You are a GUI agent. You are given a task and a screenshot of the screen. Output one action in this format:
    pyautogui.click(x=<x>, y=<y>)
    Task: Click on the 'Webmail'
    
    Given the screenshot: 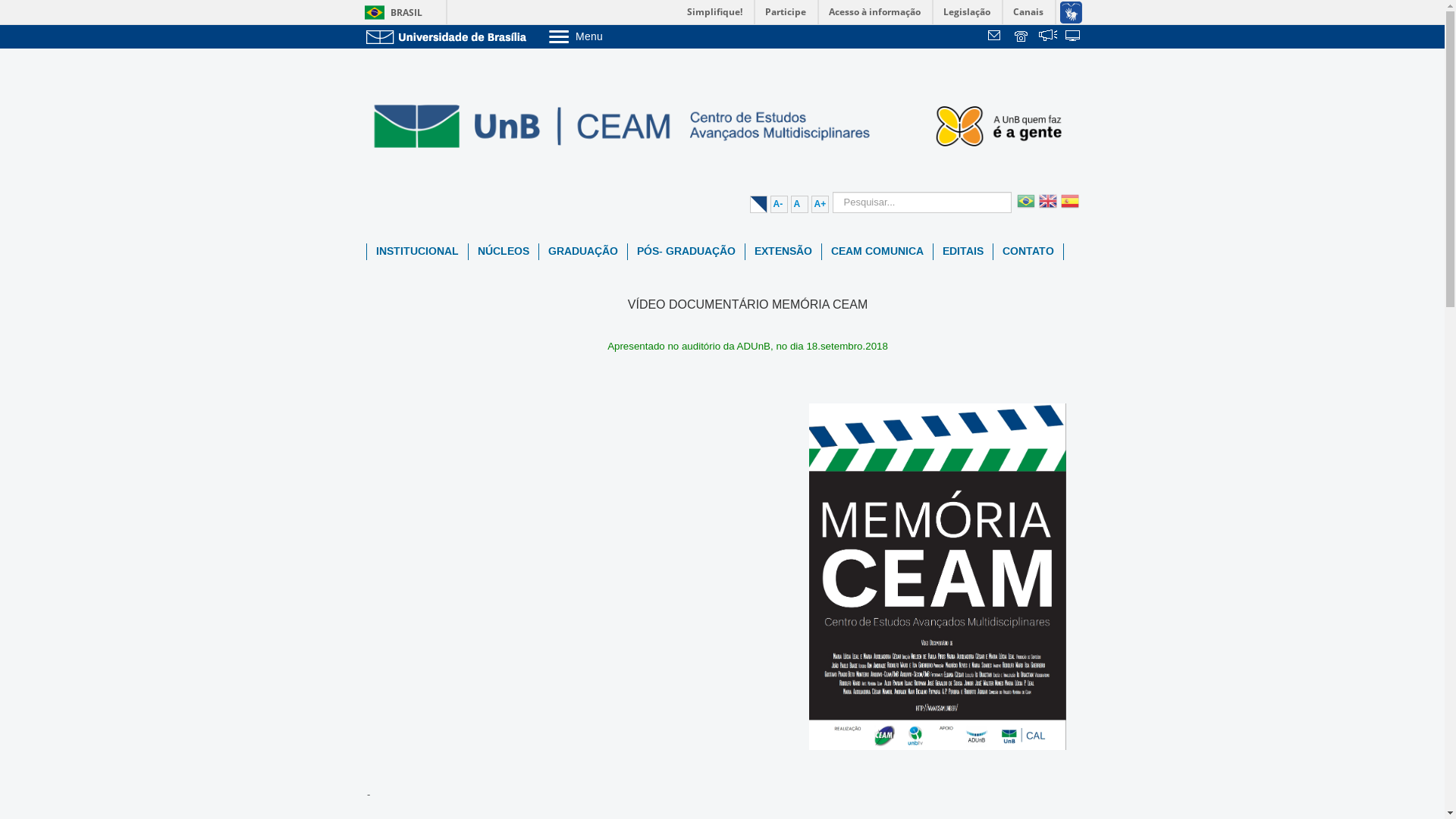 What is the action you would take?
    pyautogui.click(x=996, y=36)
    